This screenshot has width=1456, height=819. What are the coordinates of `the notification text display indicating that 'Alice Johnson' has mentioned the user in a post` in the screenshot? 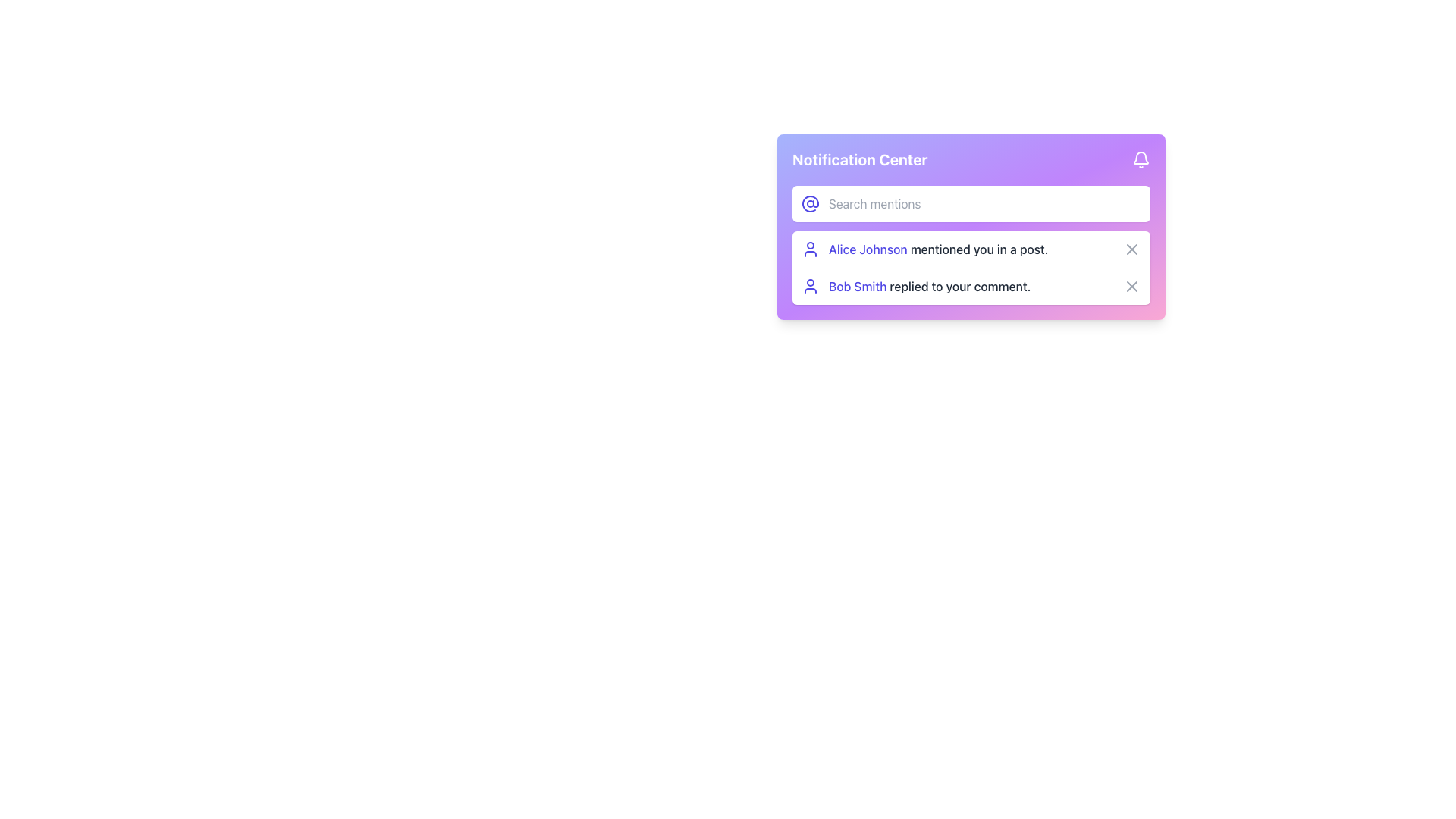 It's located at (937, 248).